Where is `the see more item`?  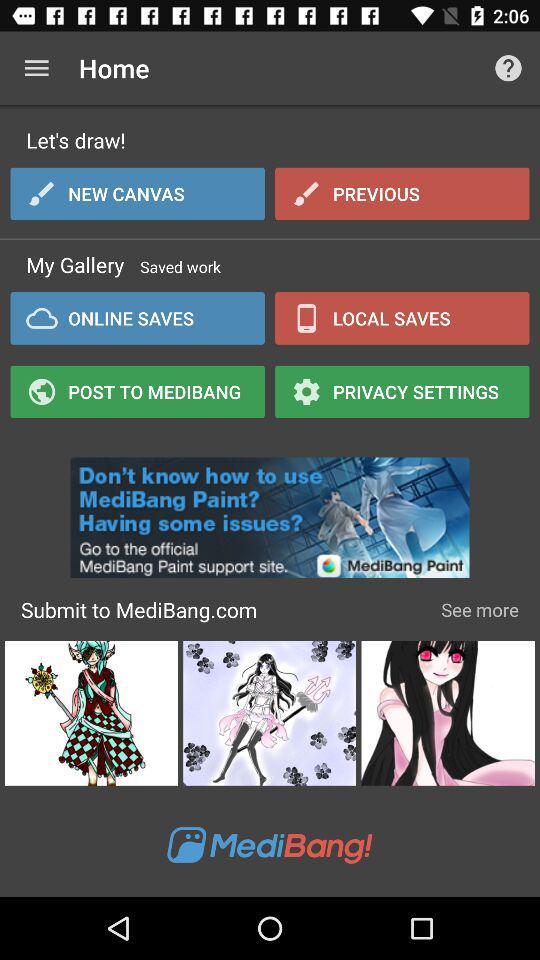 the see more item is located at coordinates (479, 608).